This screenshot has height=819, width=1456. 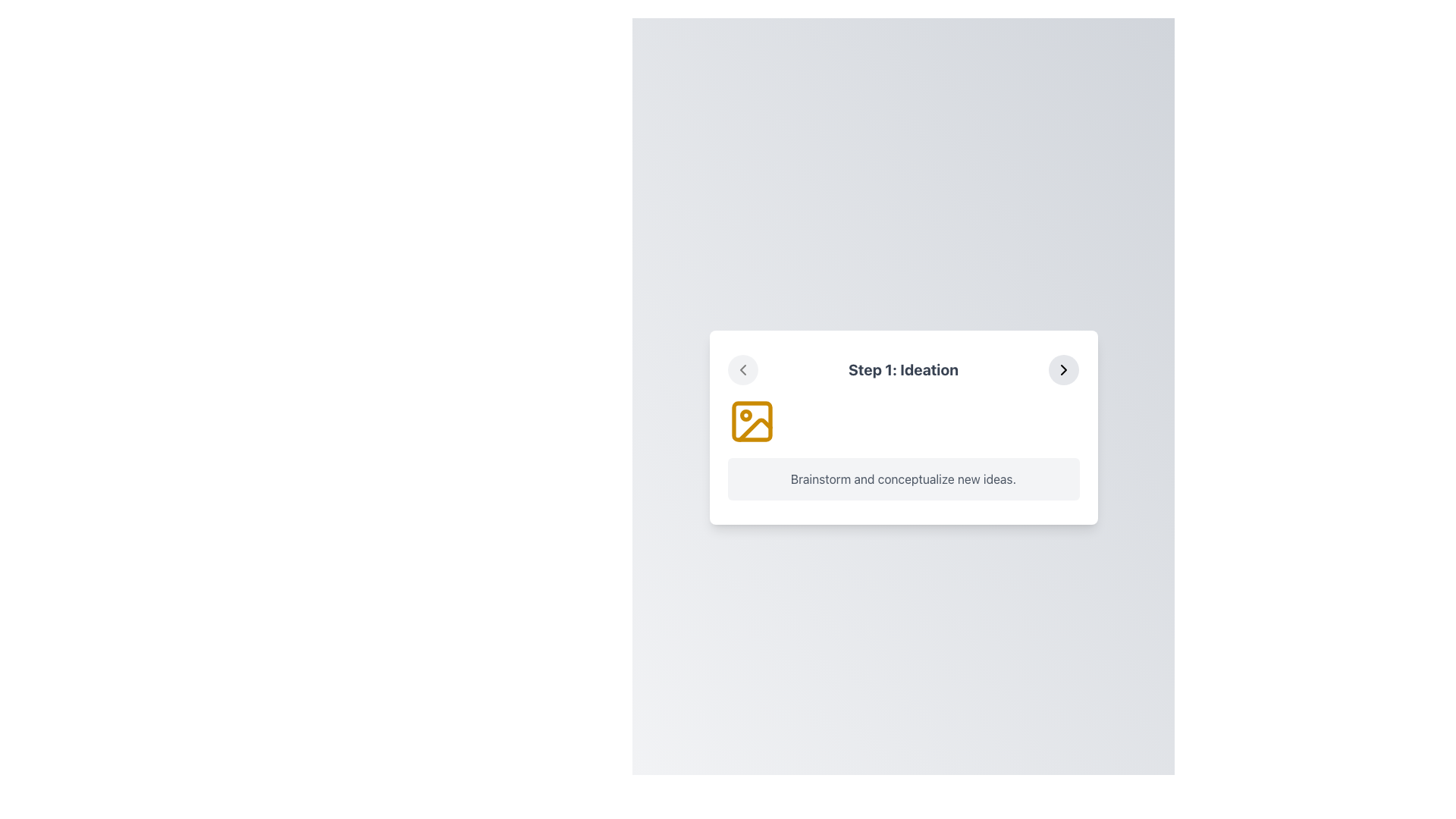 What do you see at coordinates (742, 370) in the screenshot?
I see `the small chevron-like symbol near the top-right corner of the interface, adjacent to the 'Step 1: Ideation' text` at bounding box center [742, 370].